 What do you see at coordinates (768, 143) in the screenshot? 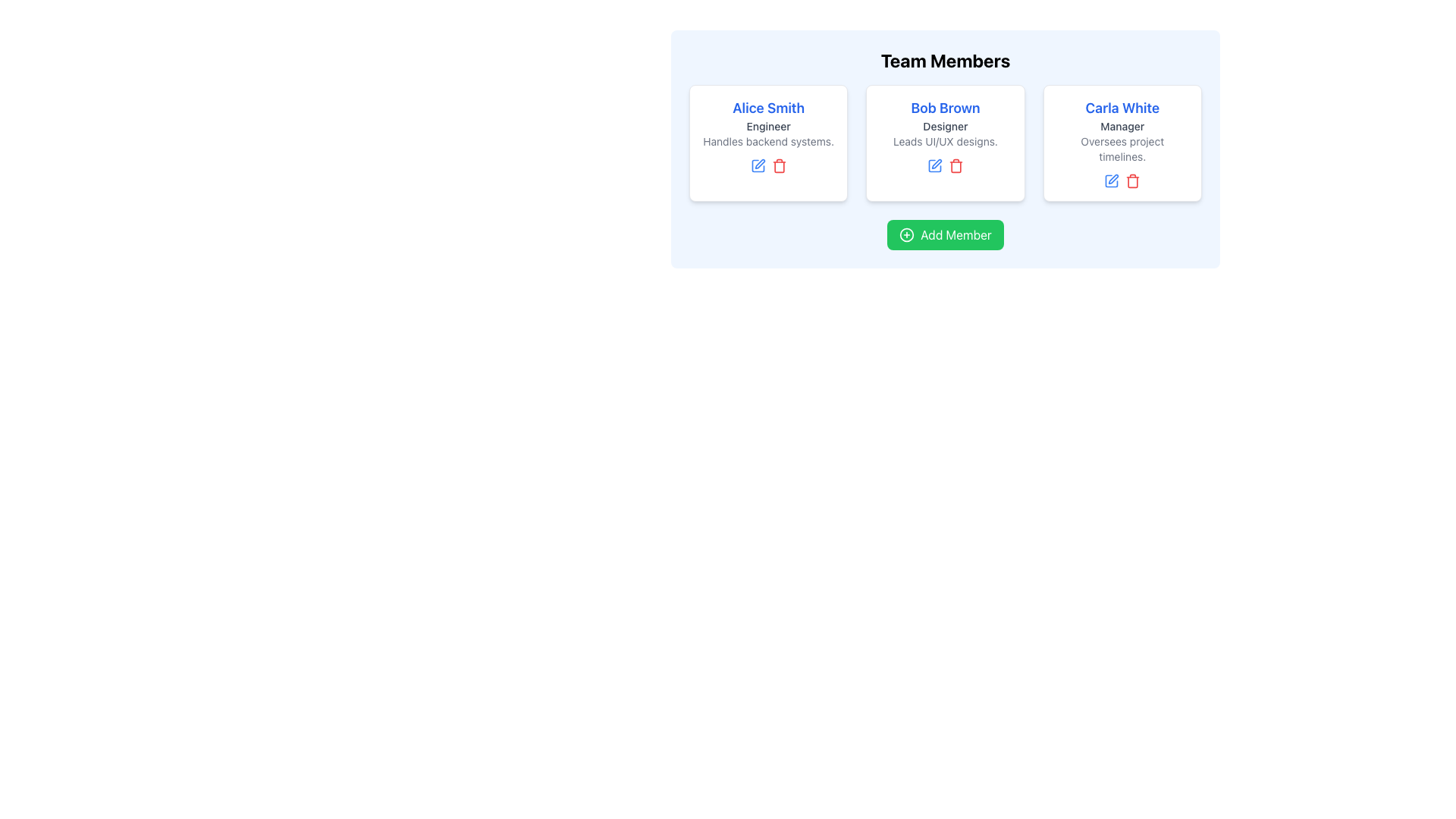
I see `the team member card located in the 'Team Members' section` at bounding box center [768, 143].